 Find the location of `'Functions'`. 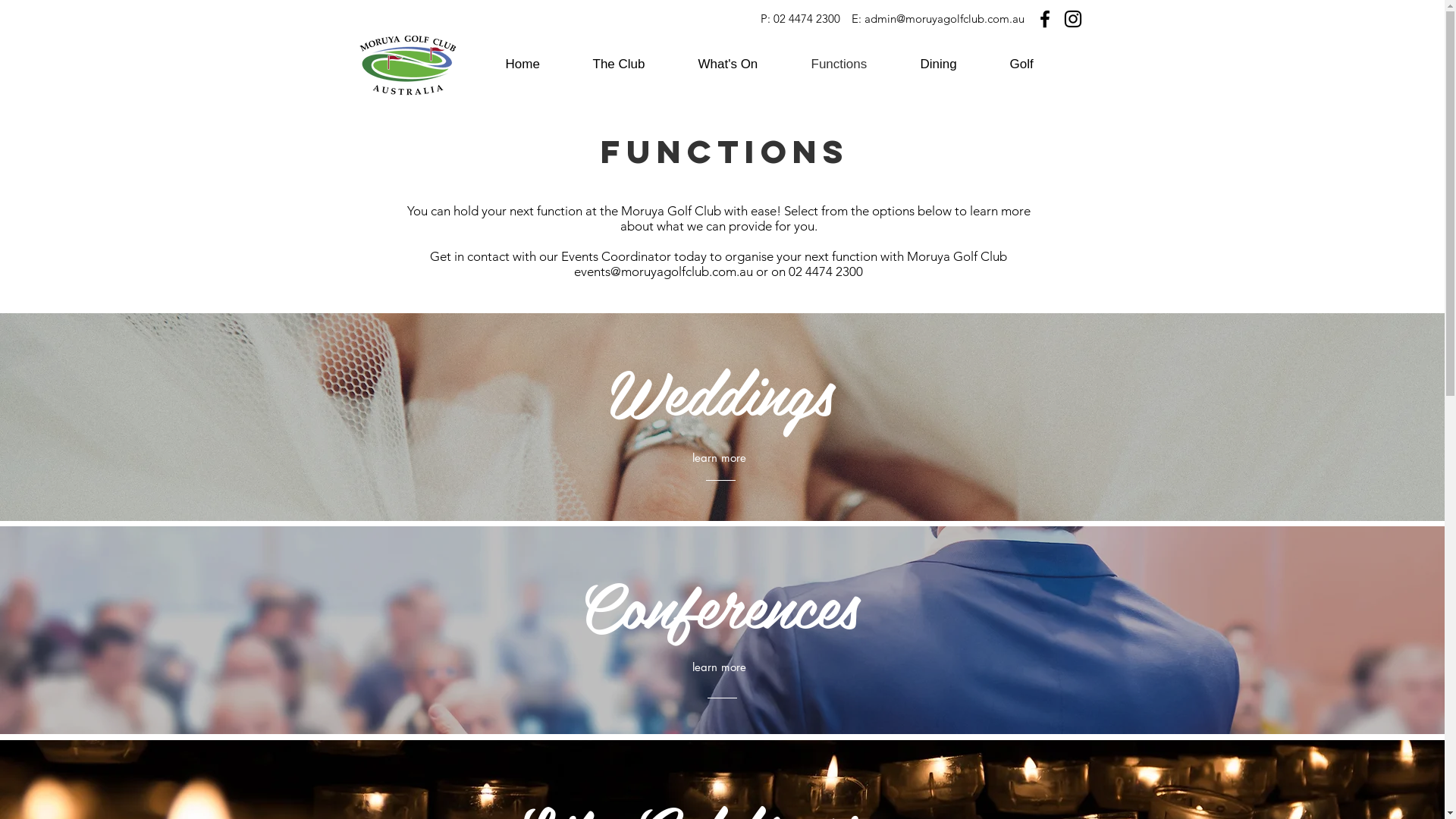

'Functions' is located at coordinates (854, 63).